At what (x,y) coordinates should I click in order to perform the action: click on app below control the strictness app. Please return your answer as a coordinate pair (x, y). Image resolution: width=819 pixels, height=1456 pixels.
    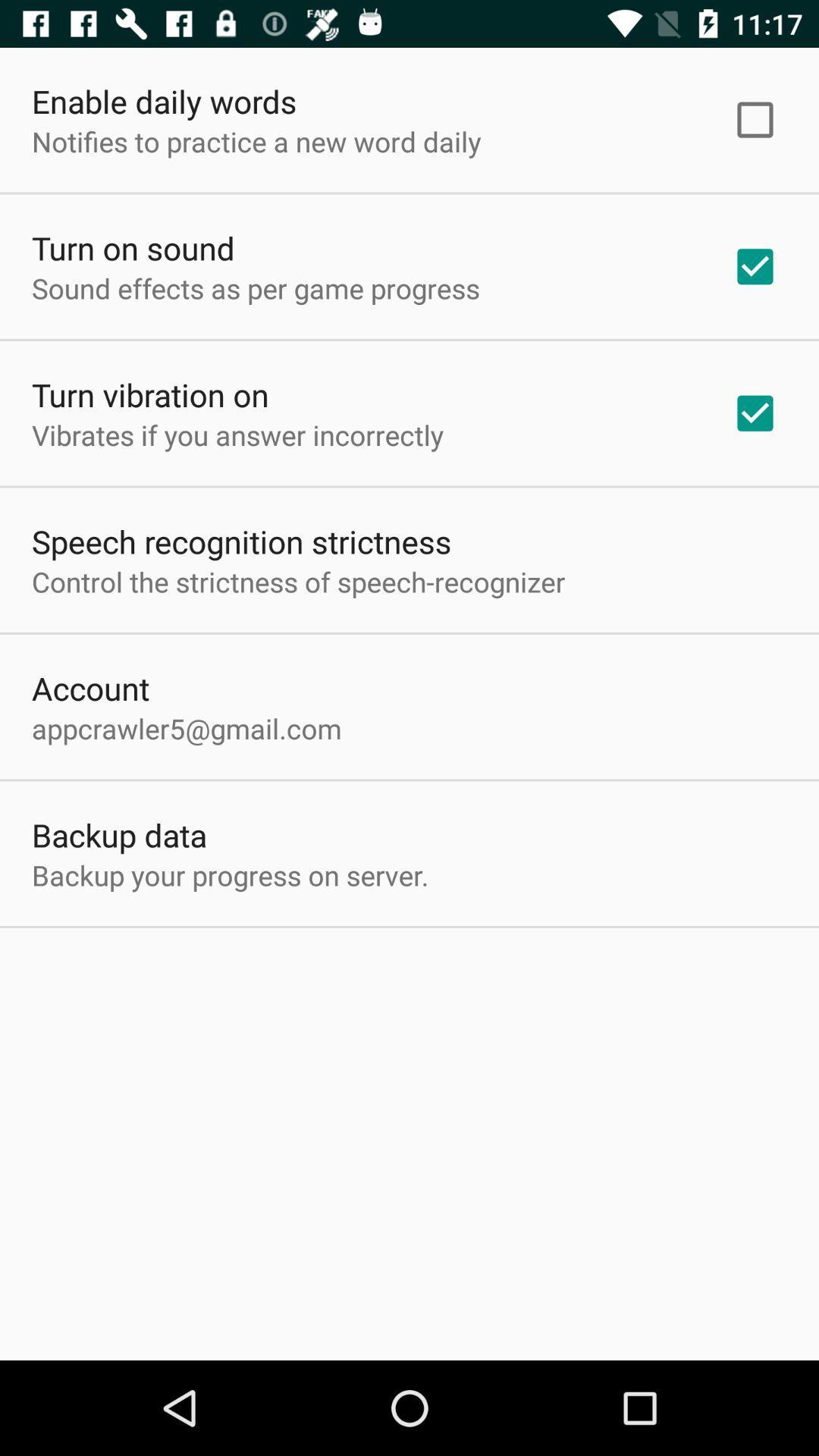
    Looking at the image, I should click on (90, 687).